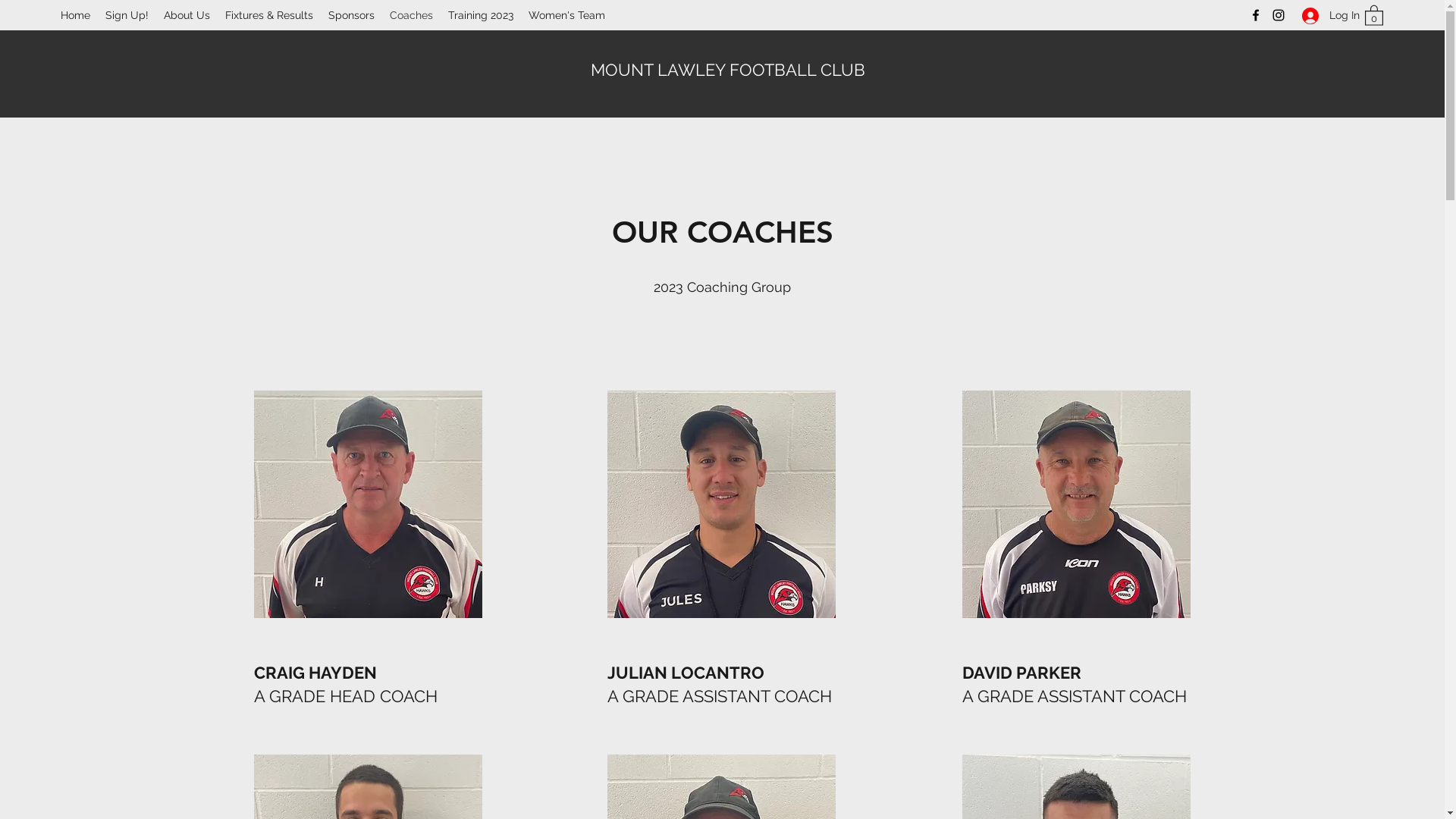 The height and width of the screenshot is (819, 1456). Describe the element at coordinates (566, 14) in the screenshot. I see `'Women's Team'` at that location.